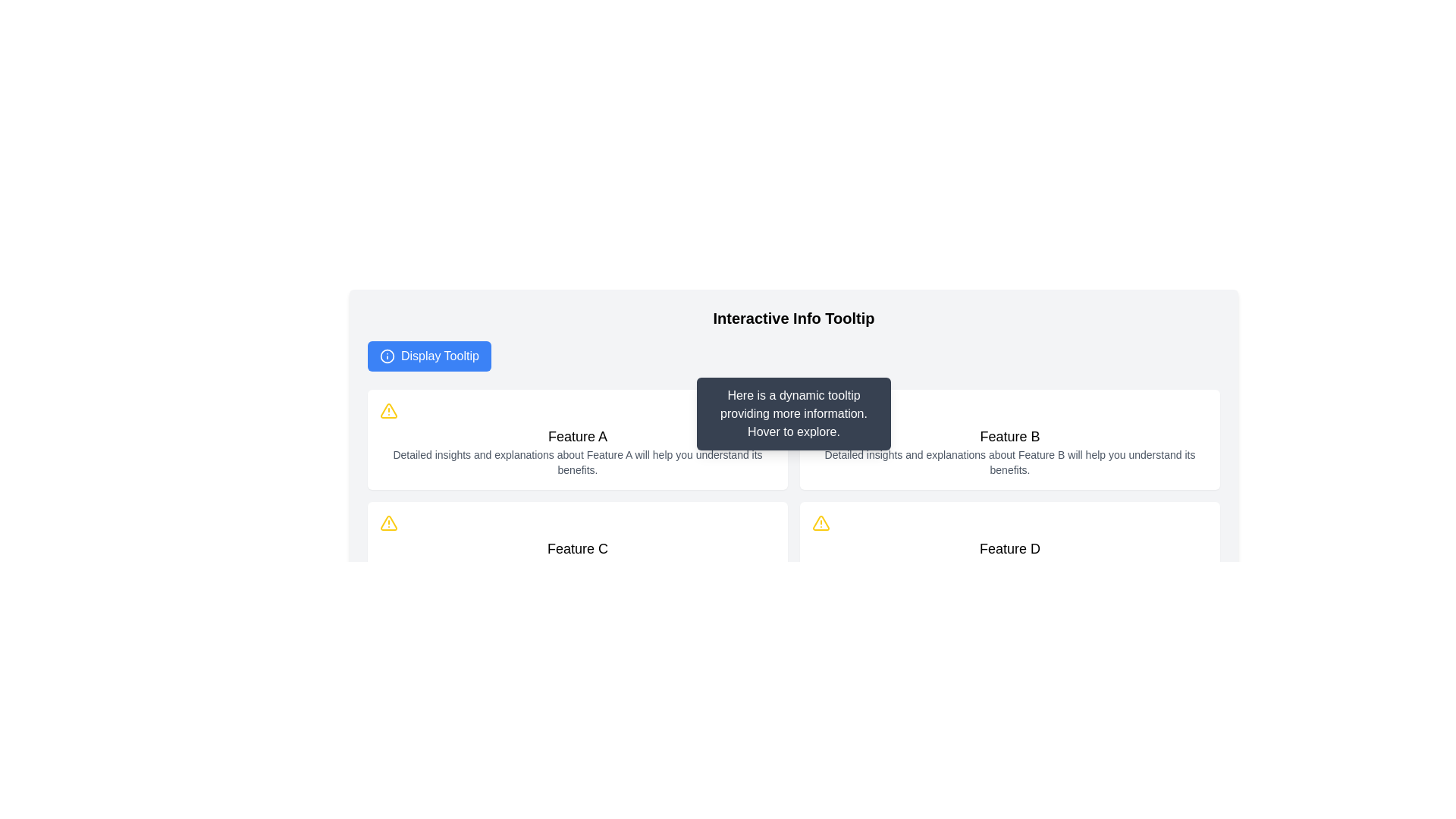  I want to click on the circular information icon with an 'i' symbol, which is located within the blue button labeled 'Display Tooltip' near the top left corner of the interface, so click(387, 356).